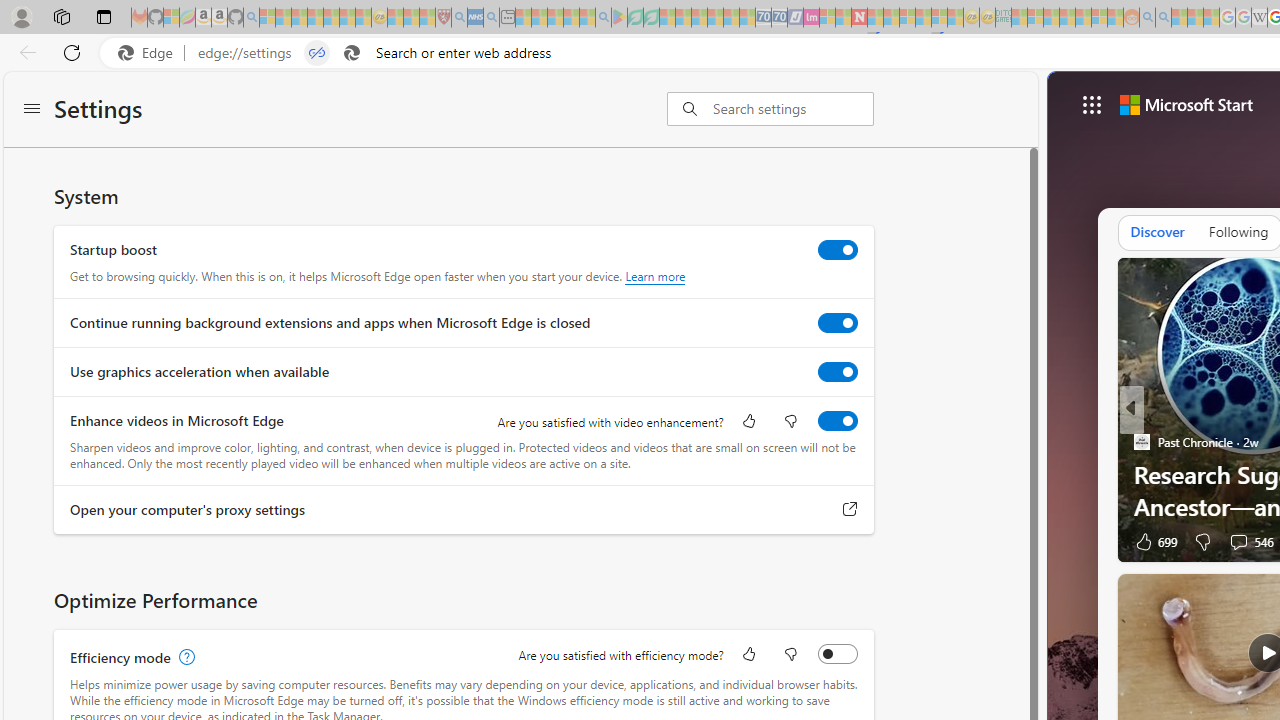 This screenshot has width=1280, height=720. What do you see at coordinates (837, 653) in the screenshot?
I see `'Efficiency mode'` at bounding box center [837, 653].